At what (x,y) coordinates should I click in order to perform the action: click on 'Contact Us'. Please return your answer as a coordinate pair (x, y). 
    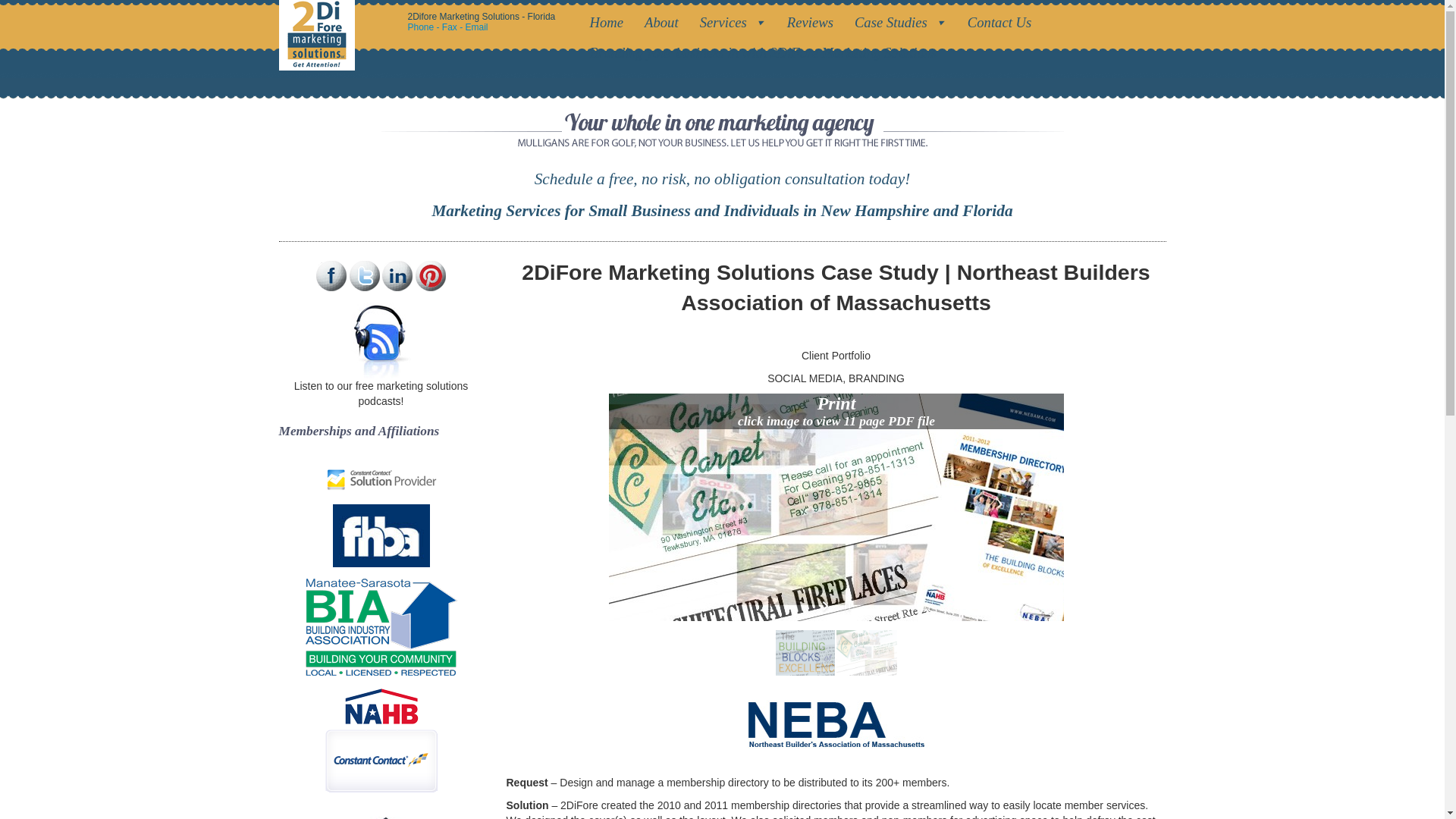
    Looking at the image, I should click on (1002, 23).